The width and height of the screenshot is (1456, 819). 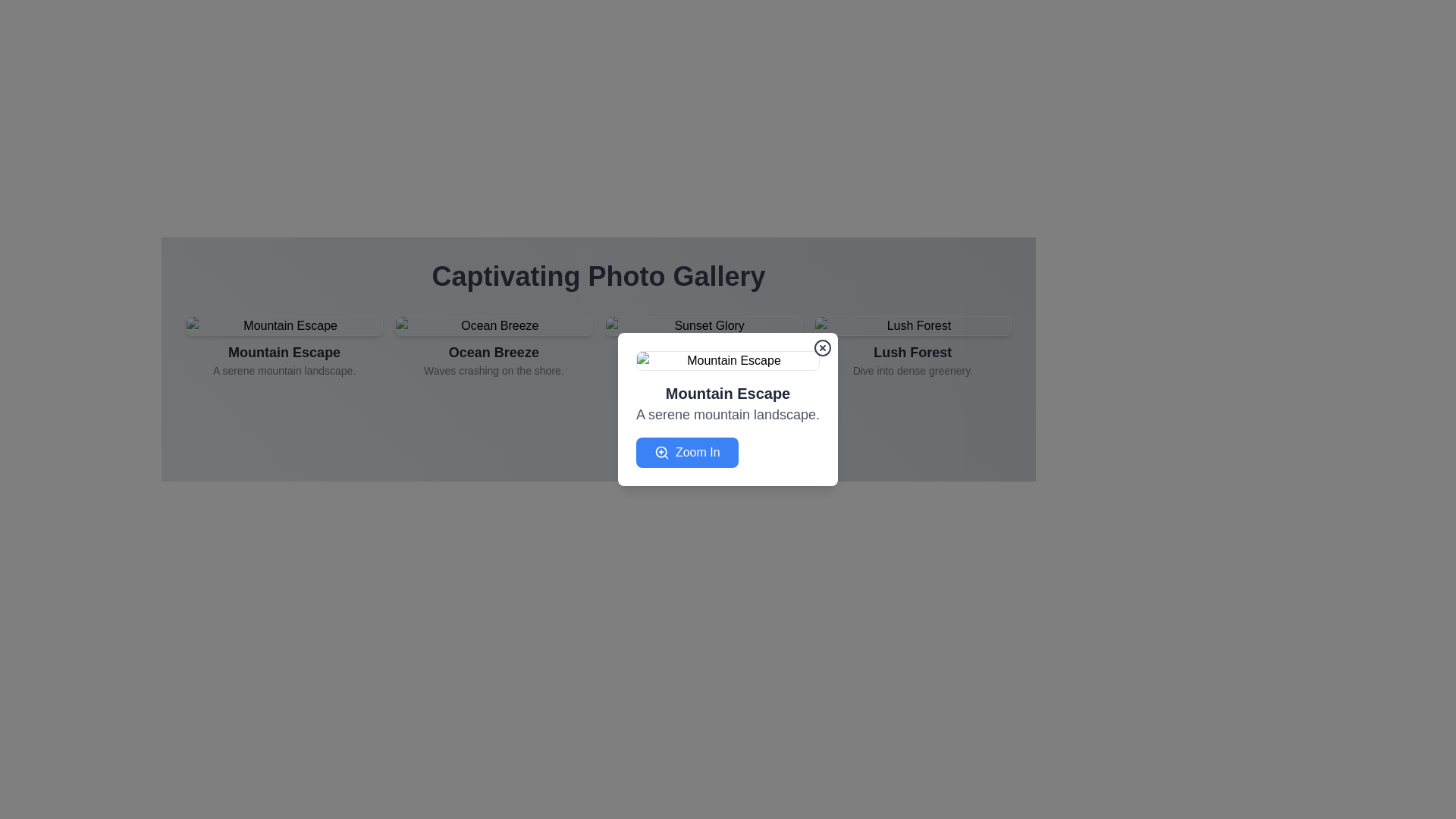 I want to click on information presented in the text block titled 'Lush Forest' which includes the header in bold and larger font and the description in a lighter gray shade, so click(x=912, y=359).